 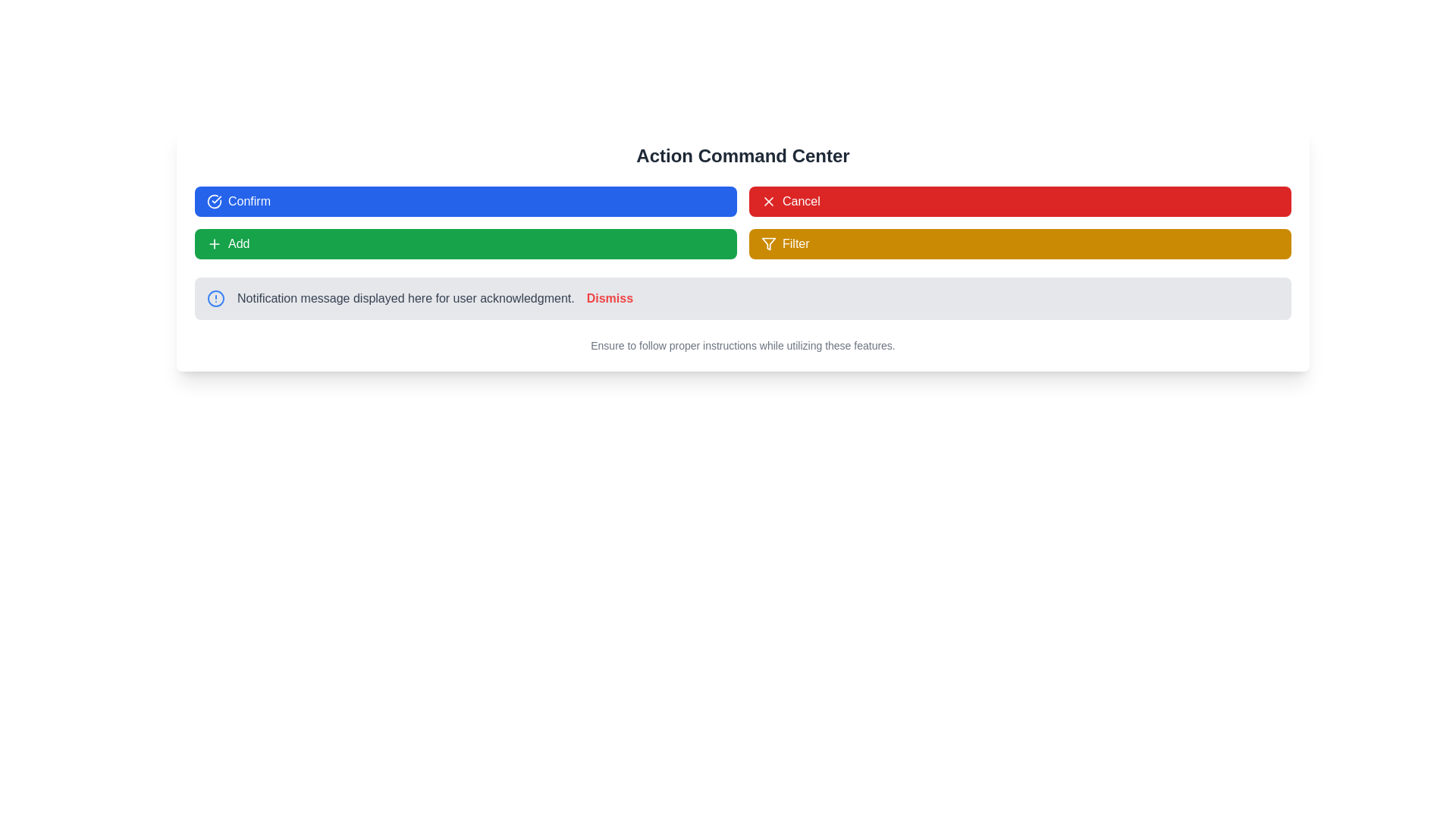 I want to click on the cancellation icon located on the right side of the header section, adjacent to the 'Cancel' button, so click(x=768, y=201).